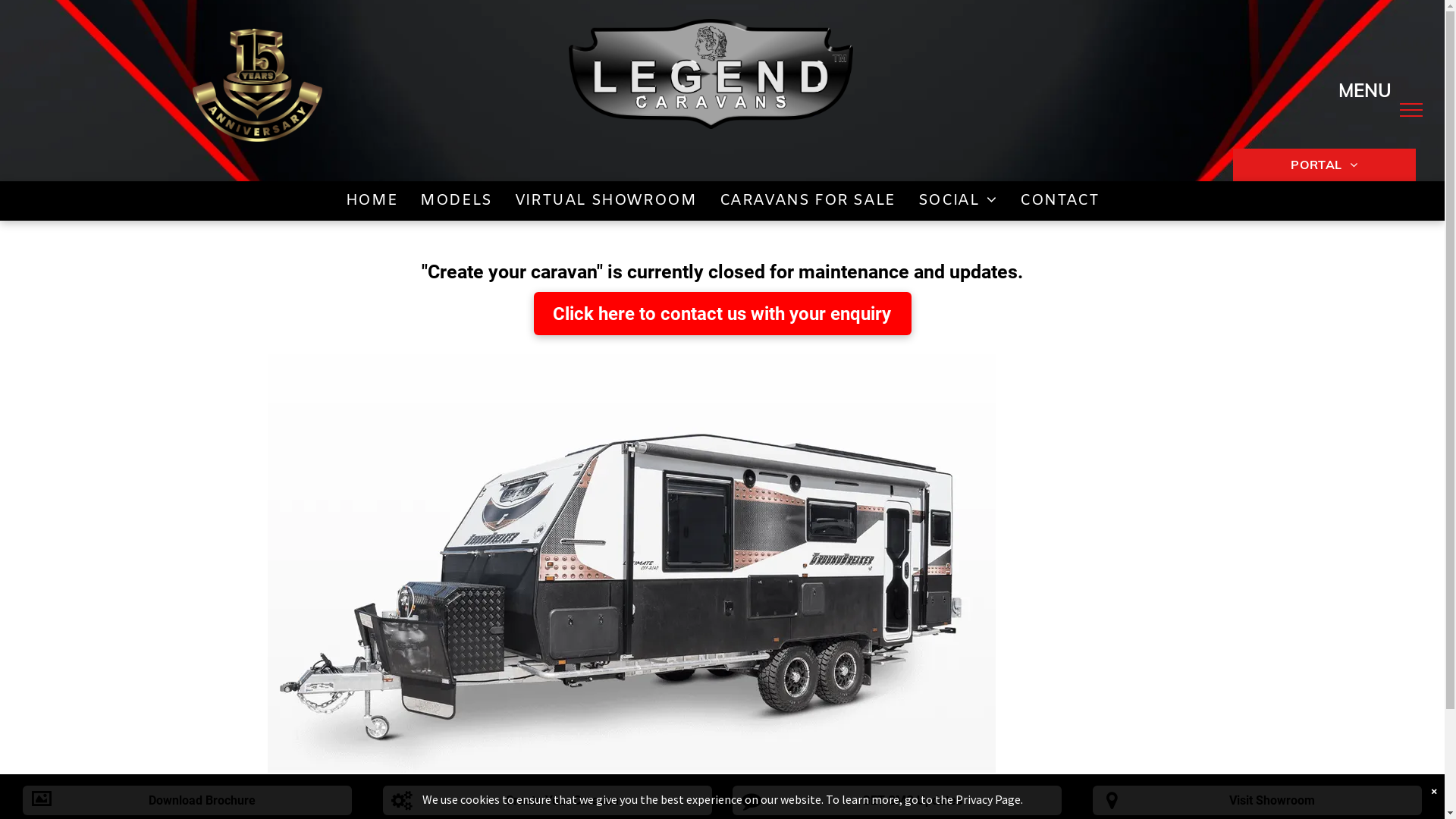 The image size is (1456, 819). What do you see at coordinates (722, 312) in the screenshot?
I see `'Click here to contact us with your enquiry'` at bounding box center [722, 312].